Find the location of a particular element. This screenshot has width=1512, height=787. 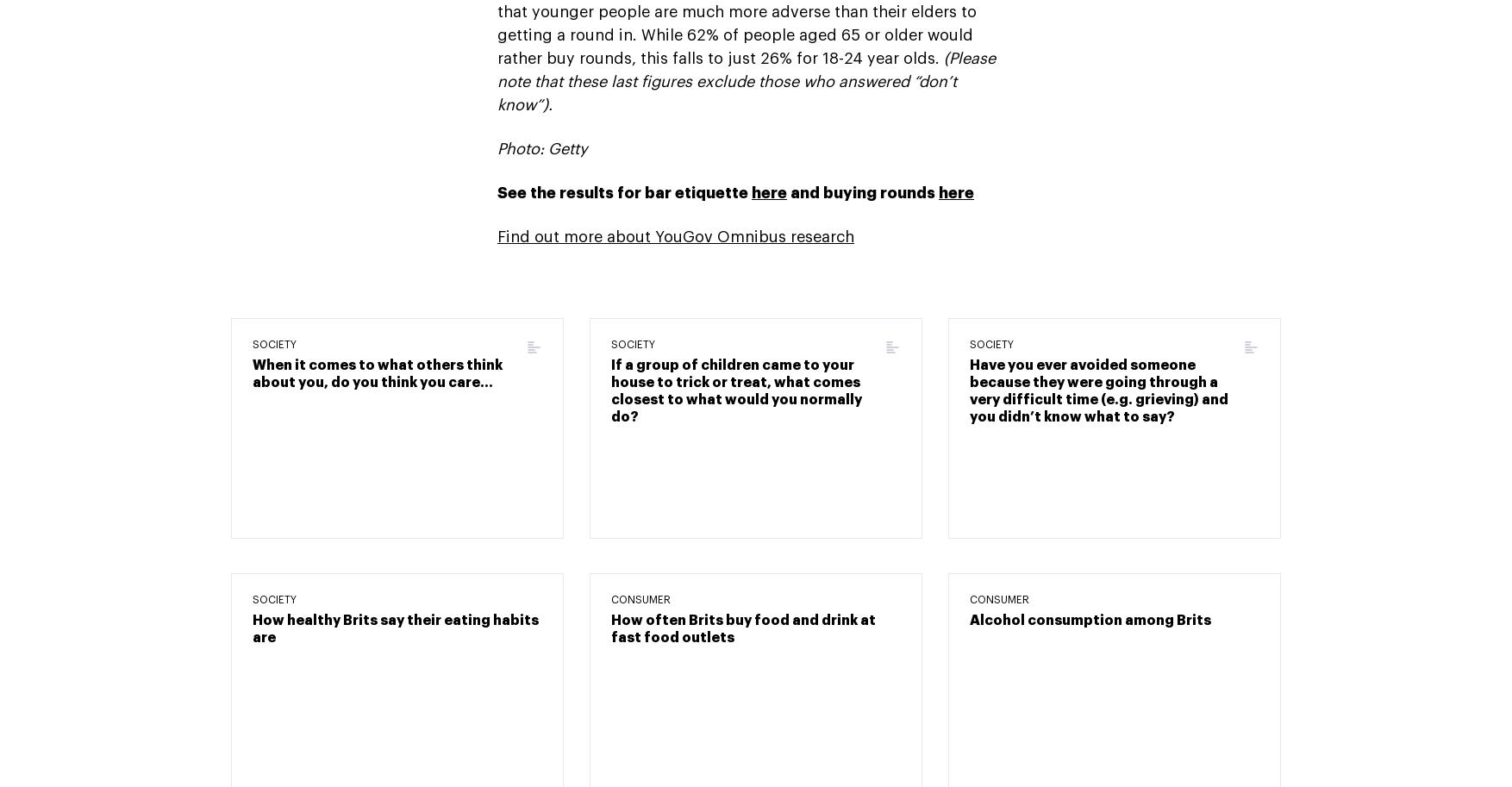

'How healthy Brits say their eating habits are' is located at coordinates (395, 628).